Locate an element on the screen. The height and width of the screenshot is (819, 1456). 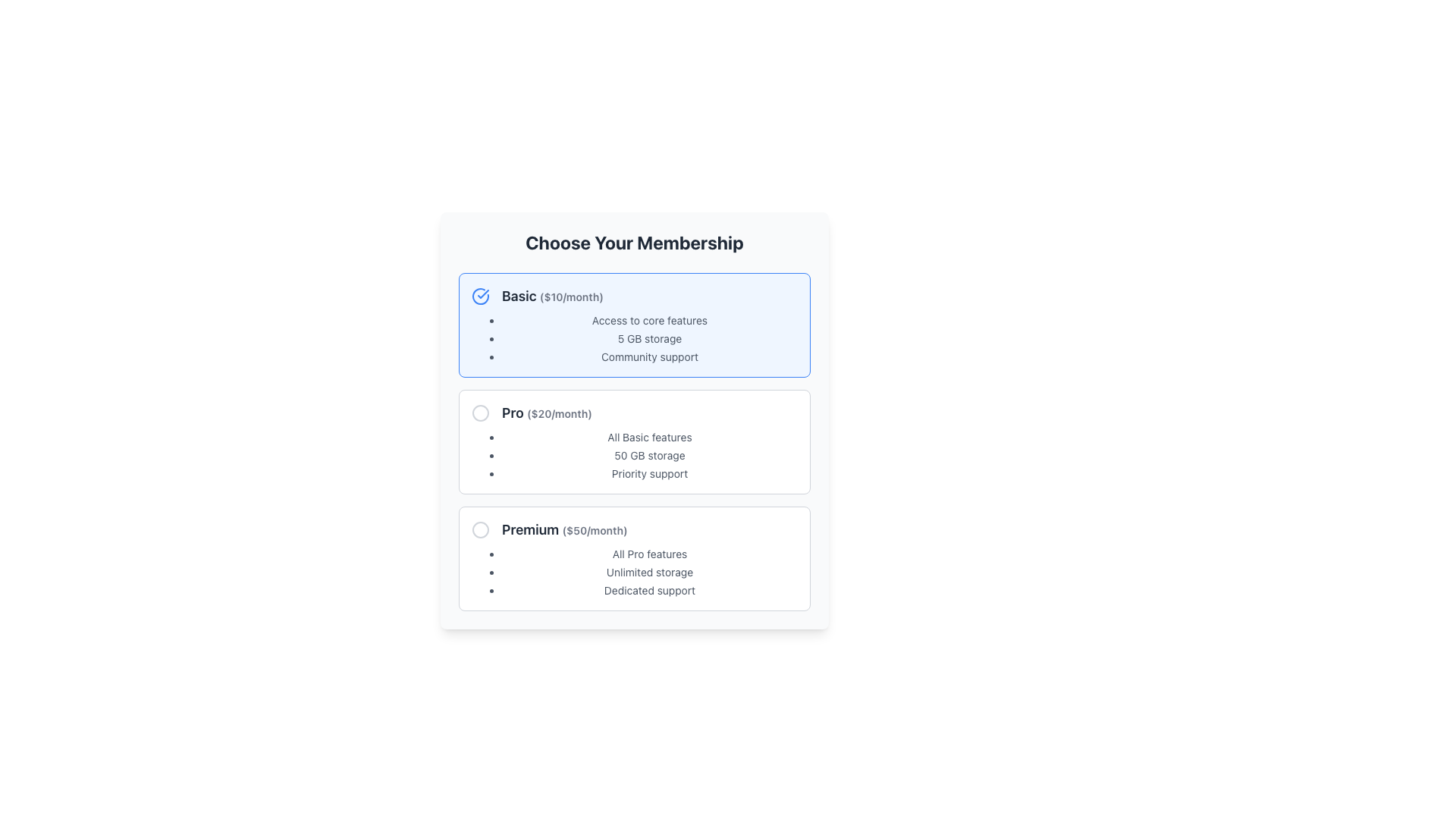
text label displaying 'Community support' in gray font, which is the last item in the bullet-point list under the 'Basic ($10/month)' membership section is located at coordinates (650, 356).